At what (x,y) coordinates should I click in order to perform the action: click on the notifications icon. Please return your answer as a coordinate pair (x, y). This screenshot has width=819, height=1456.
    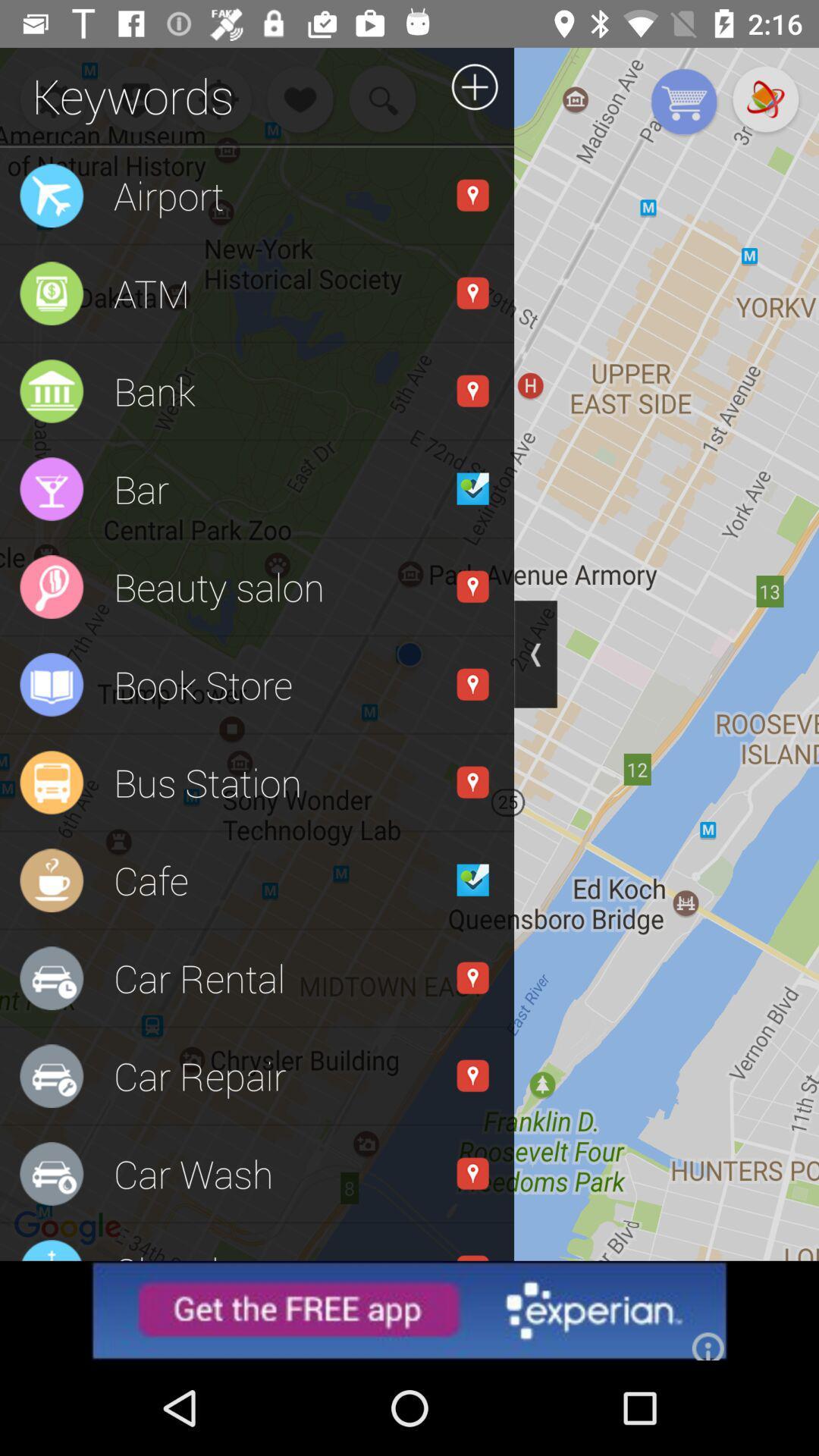
    Looking at the image, I should click on (215, 100).